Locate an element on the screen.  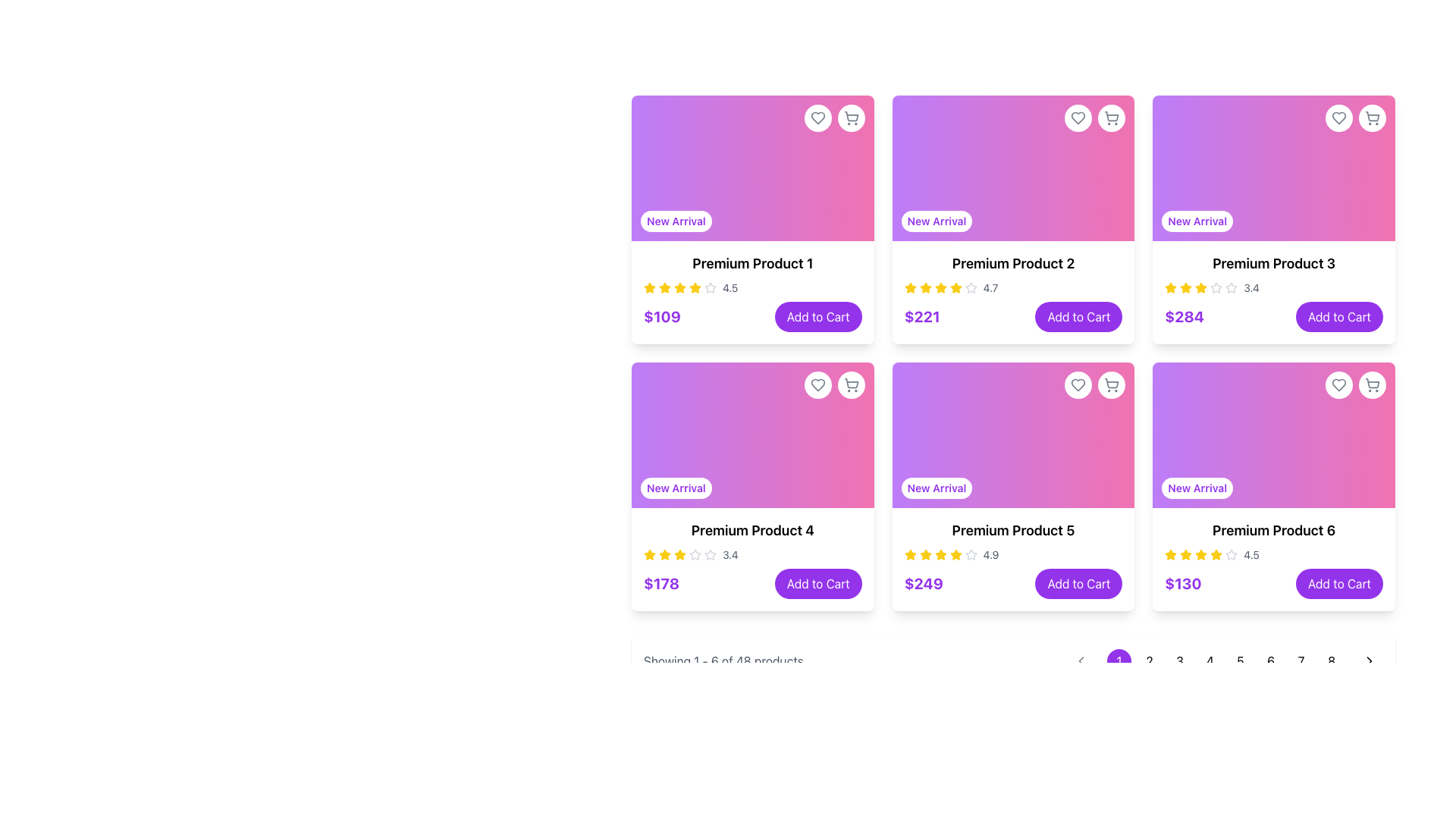
the third star icon in the rating system of the product card labeled 'Premium Product 3' to interact with the rating system is located at coordinates (1216, 287).